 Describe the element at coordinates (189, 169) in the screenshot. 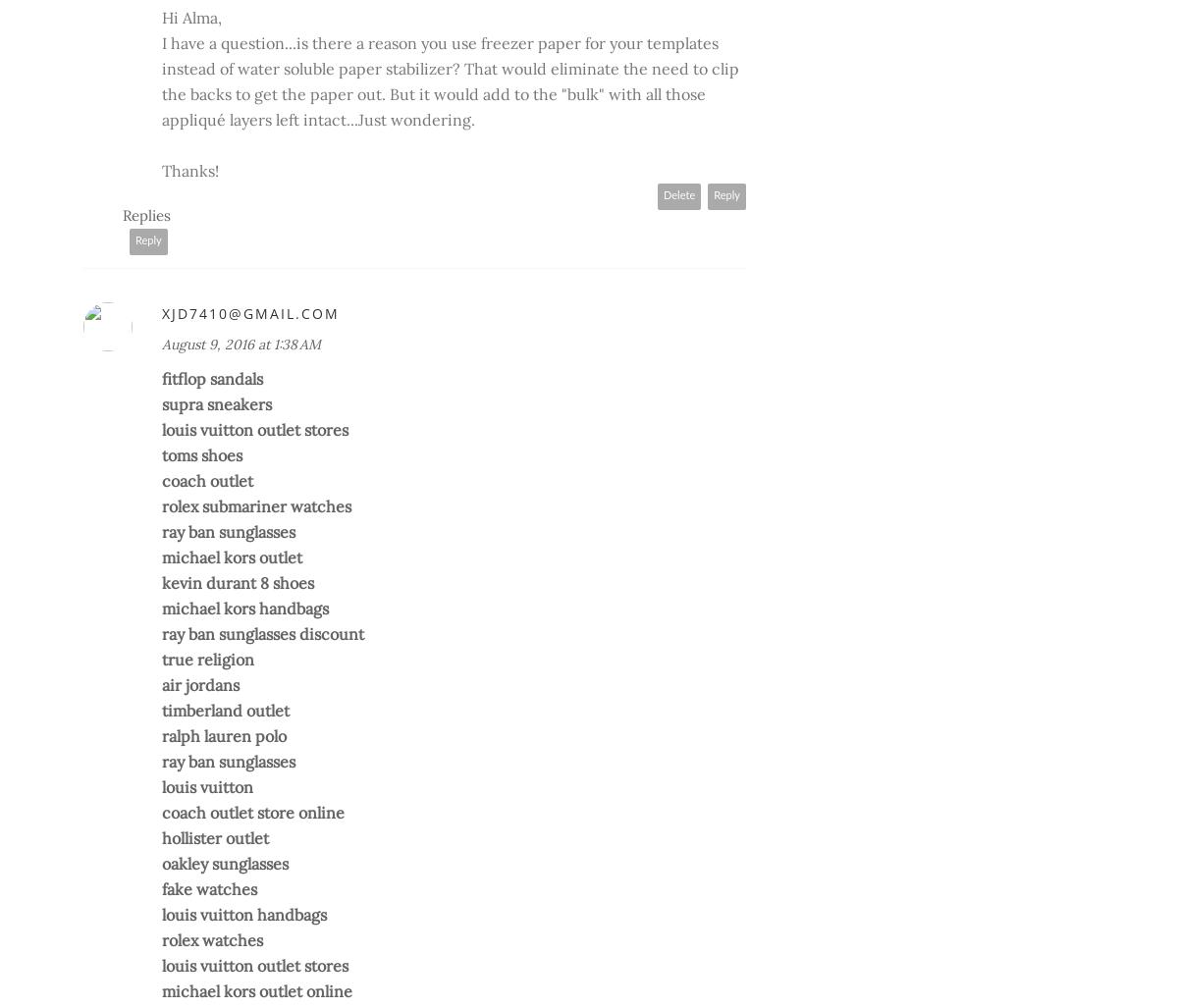

I see `'Thanks!'` at that location.